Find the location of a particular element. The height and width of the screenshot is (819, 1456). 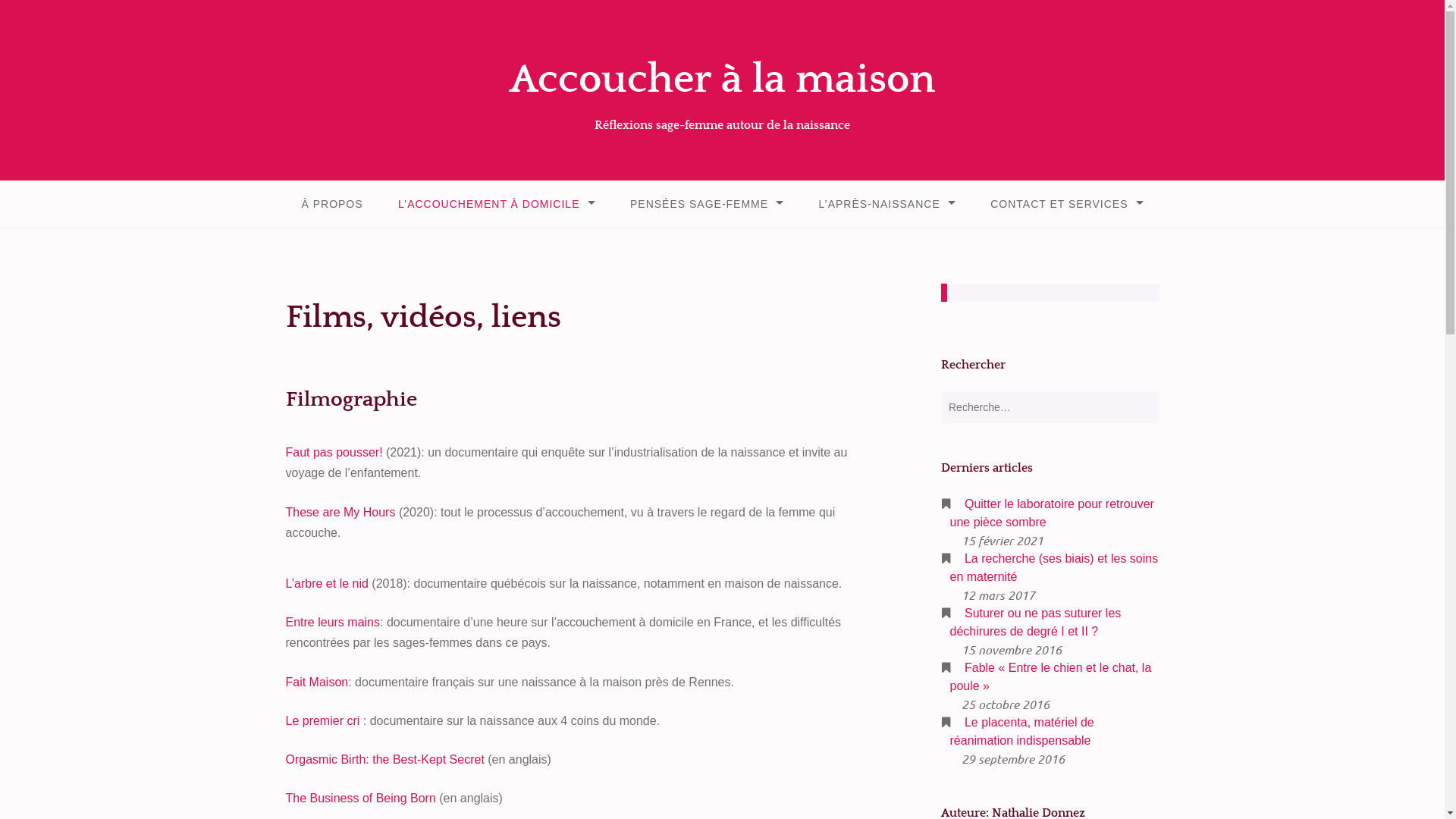

'Fait Maison' is located at coordinates (315, 681).